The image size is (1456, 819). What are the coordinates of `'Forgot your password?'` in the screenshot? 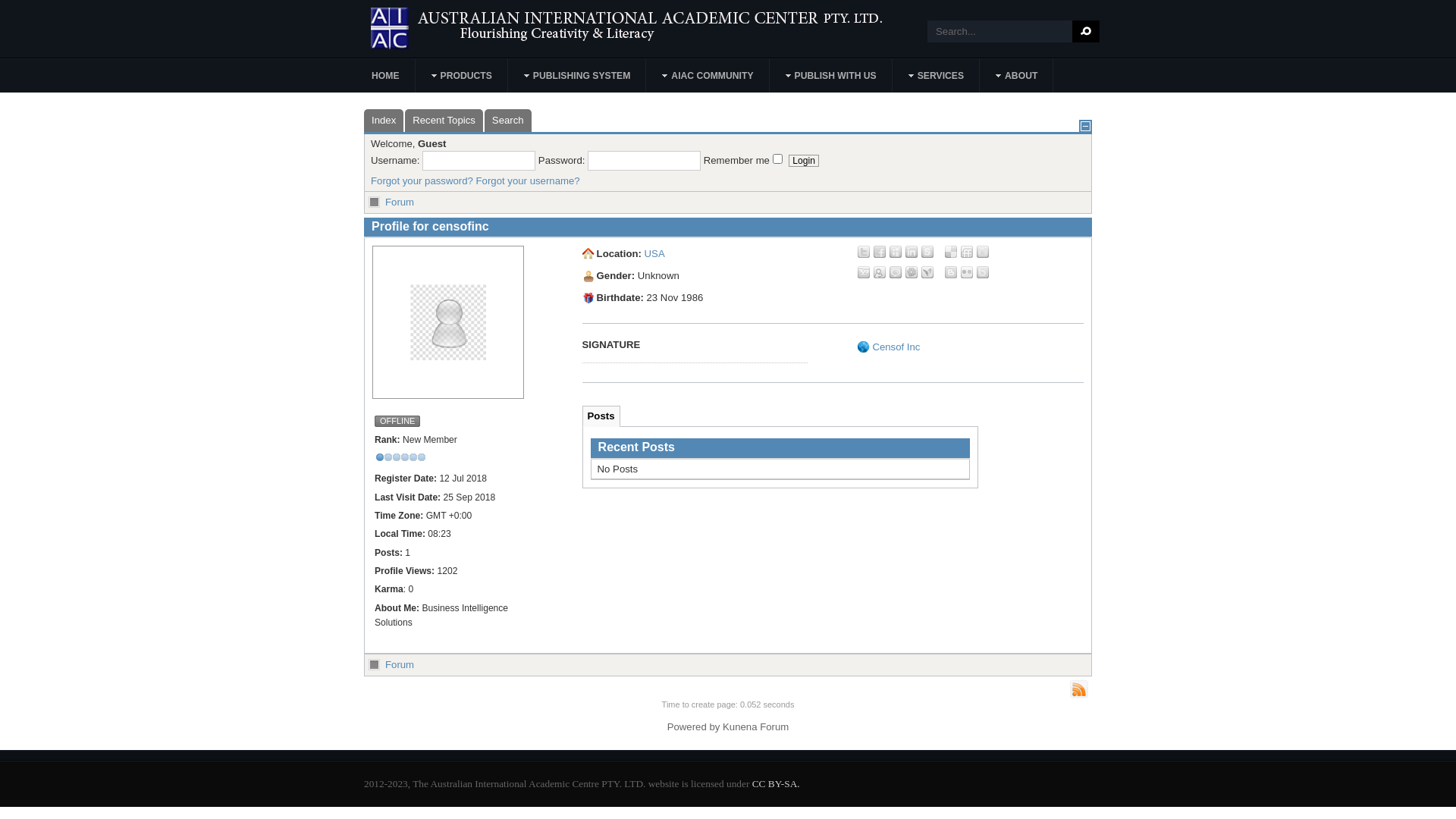 It's located at (422, 180).